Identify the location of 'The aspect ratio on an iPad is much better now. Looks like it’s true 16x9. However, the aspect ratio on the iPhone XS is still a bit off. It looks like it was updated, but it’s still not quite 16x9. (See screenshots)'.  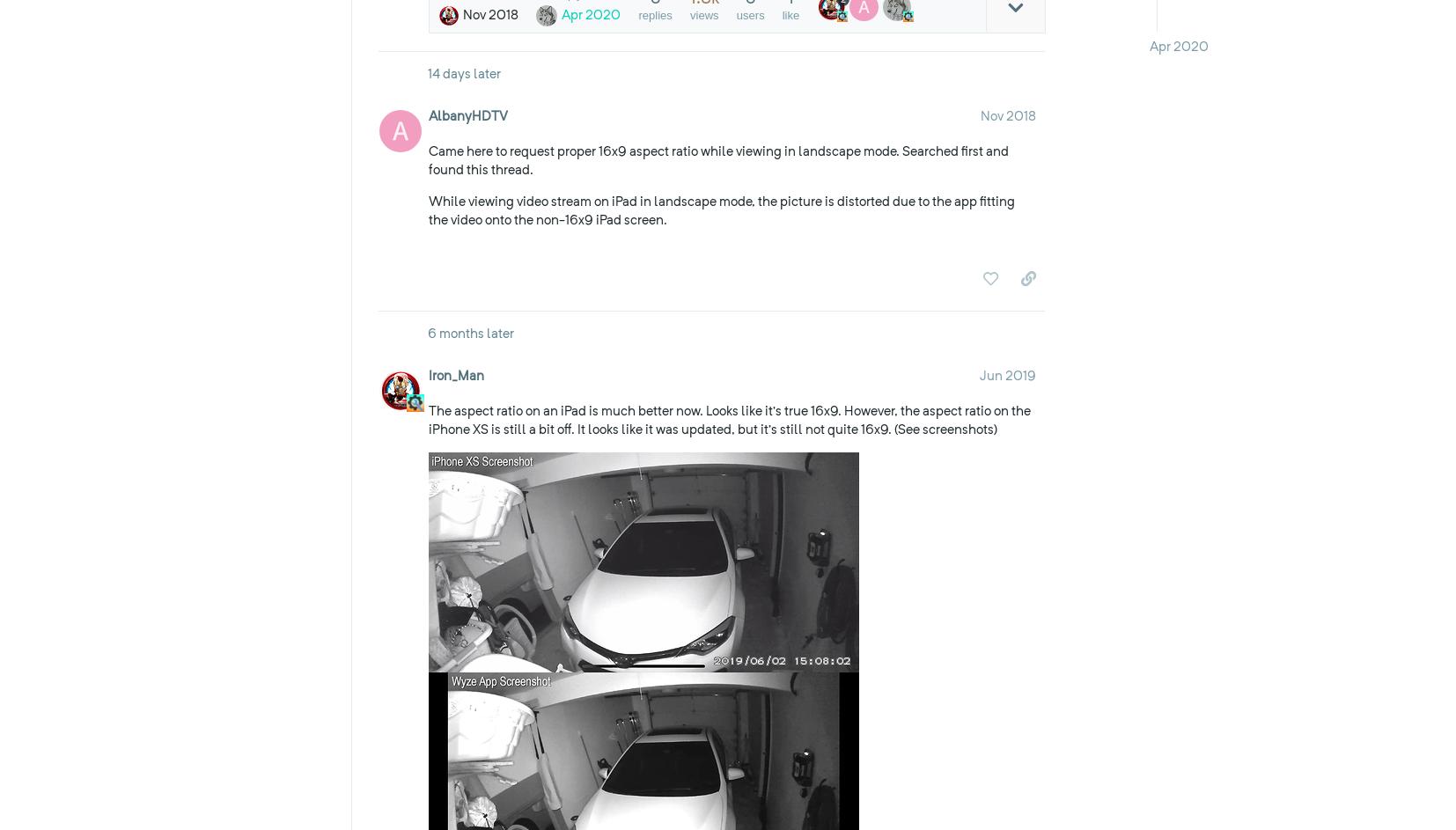
(728, 418).